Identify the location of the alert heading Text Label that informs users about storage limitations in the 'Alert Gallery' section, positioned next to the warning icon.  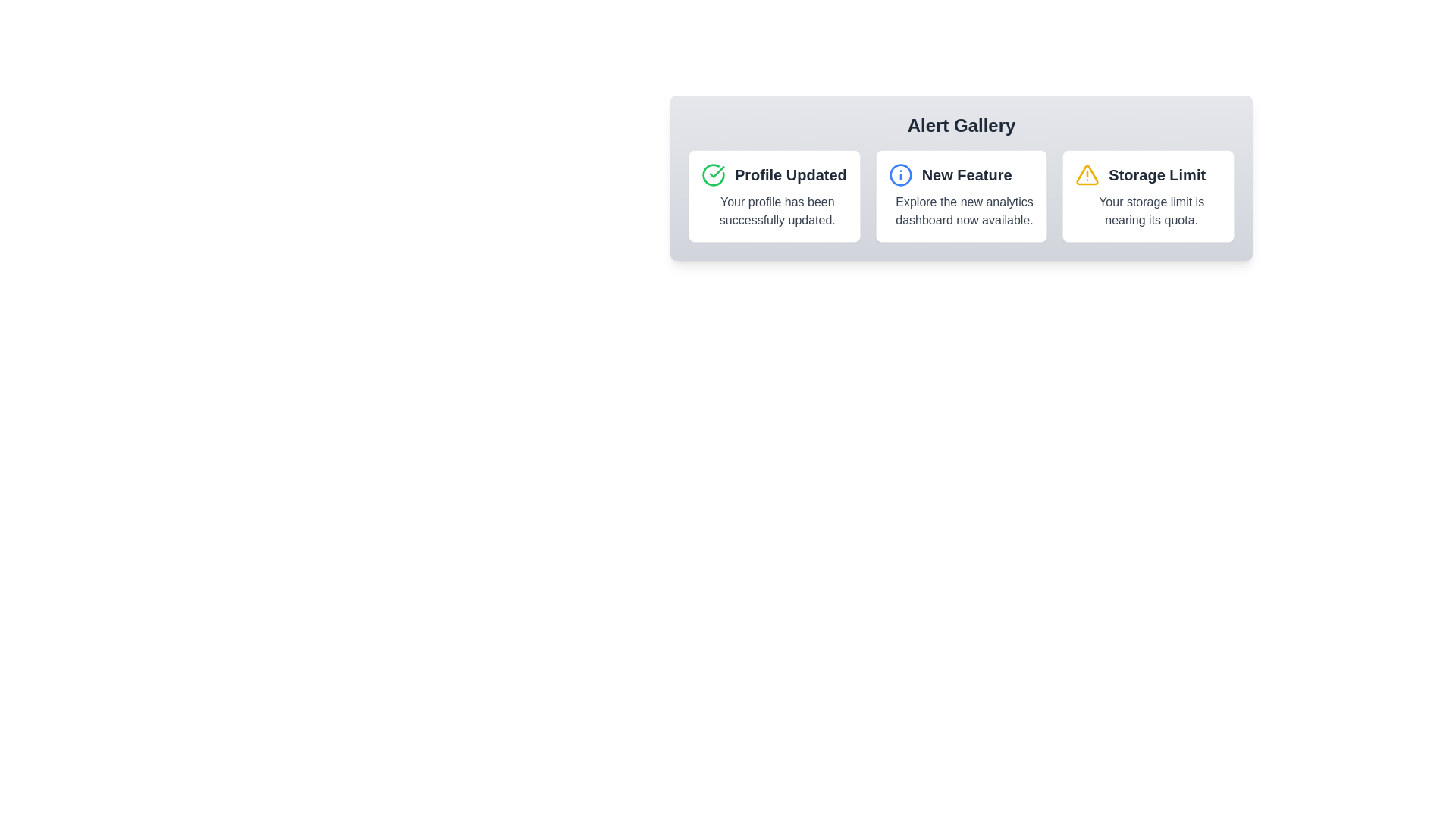
(1156, 174).